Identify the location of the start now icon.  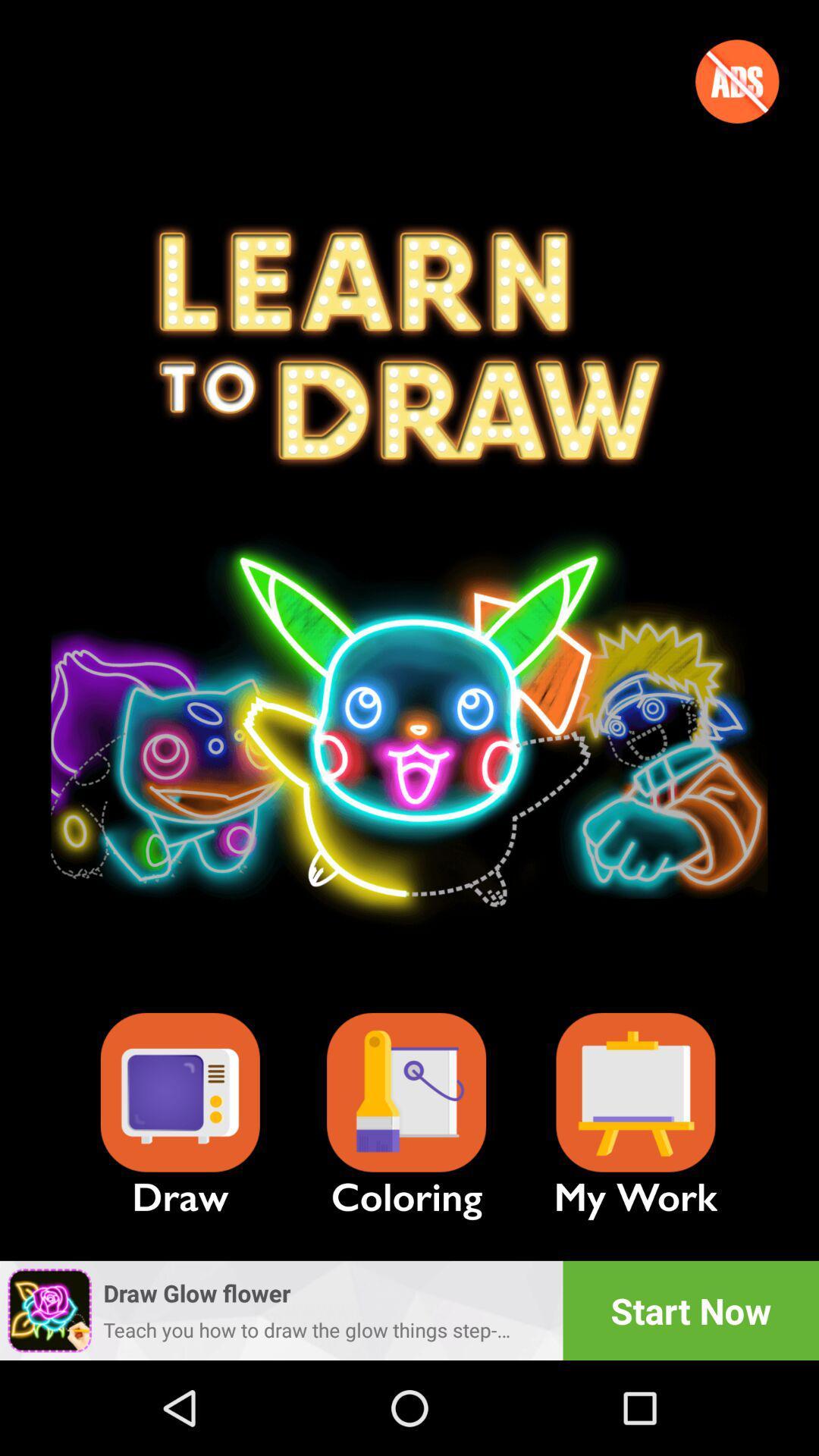
(691, 1310).